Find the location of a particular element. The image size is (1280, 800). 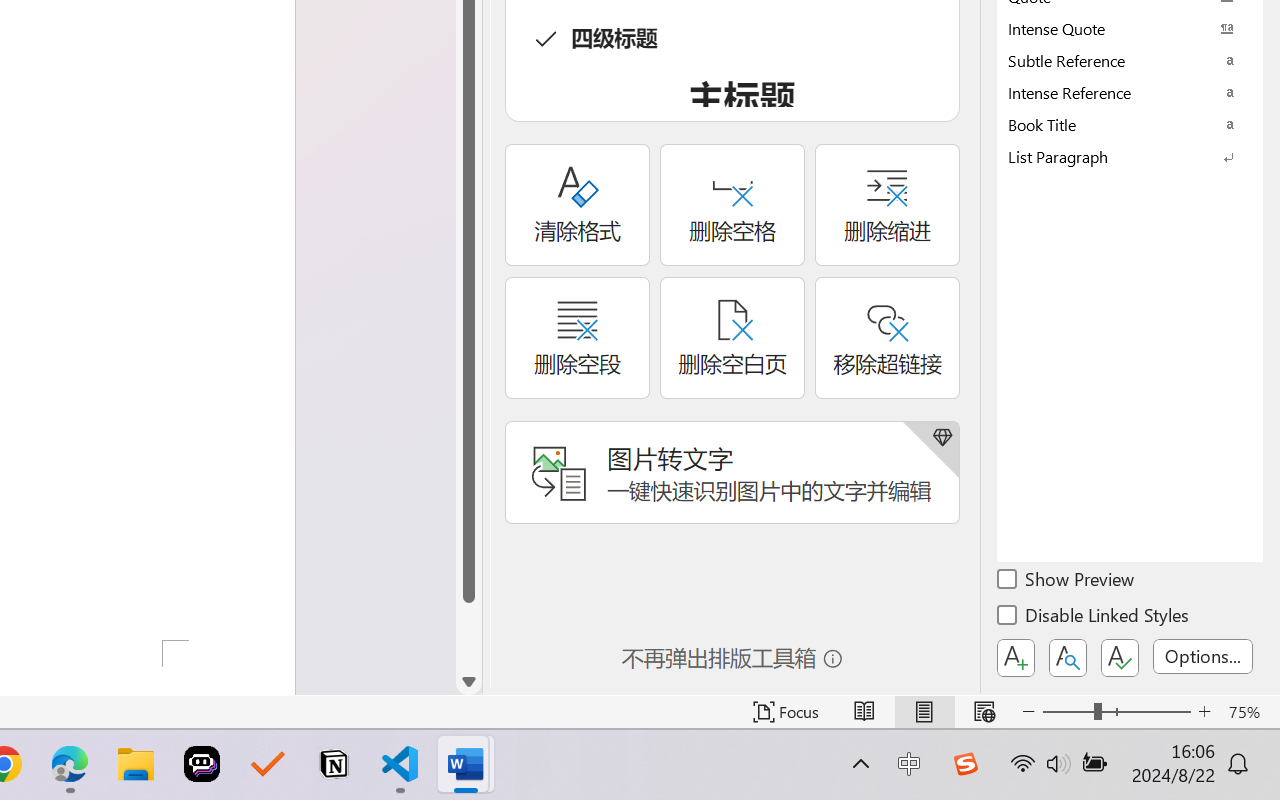

'Web Layout' is located at coordinates (984, 711).